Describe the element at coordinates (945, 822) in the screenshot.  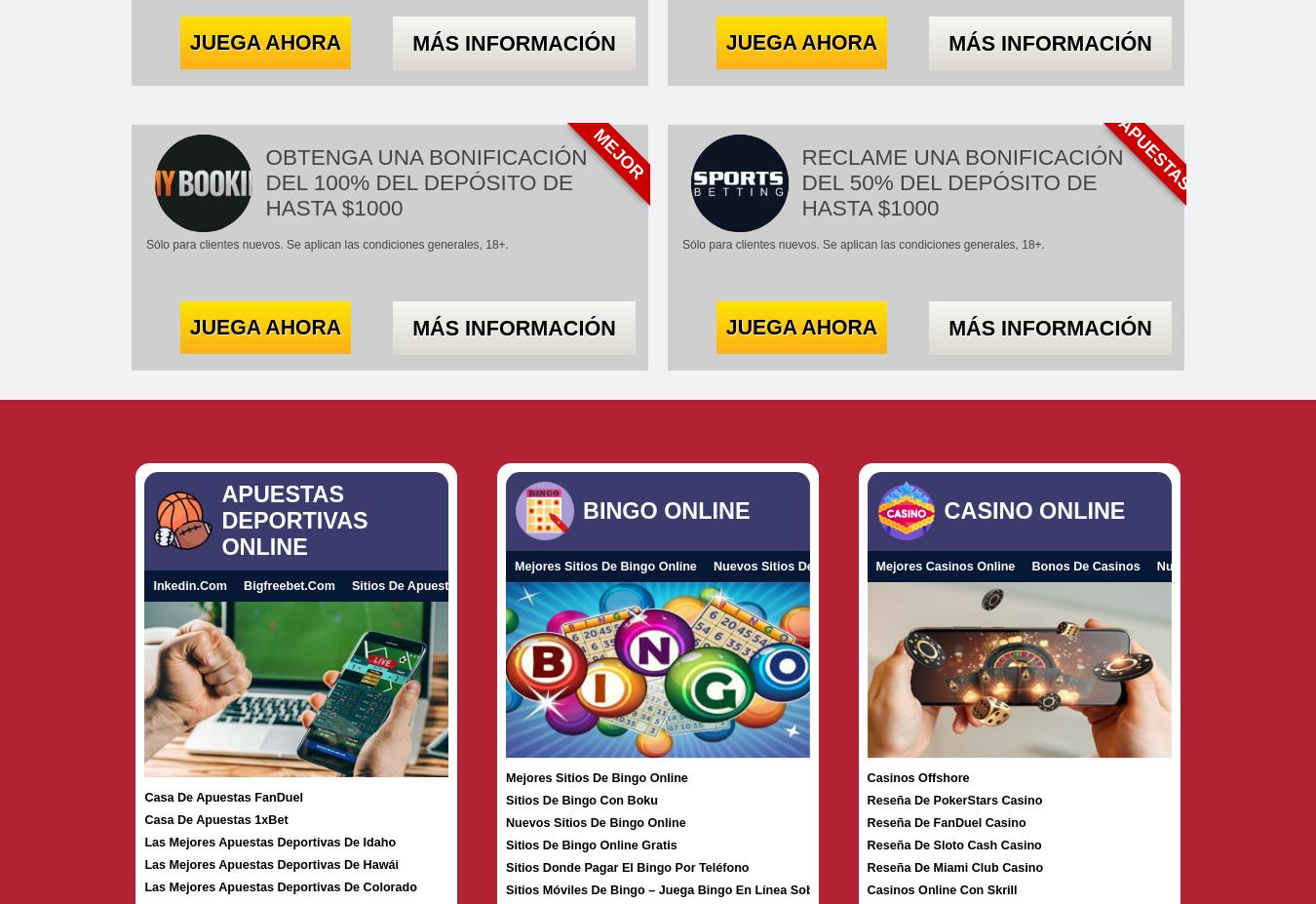
I see `'Reseña De FanDuel Casino'` at that location.